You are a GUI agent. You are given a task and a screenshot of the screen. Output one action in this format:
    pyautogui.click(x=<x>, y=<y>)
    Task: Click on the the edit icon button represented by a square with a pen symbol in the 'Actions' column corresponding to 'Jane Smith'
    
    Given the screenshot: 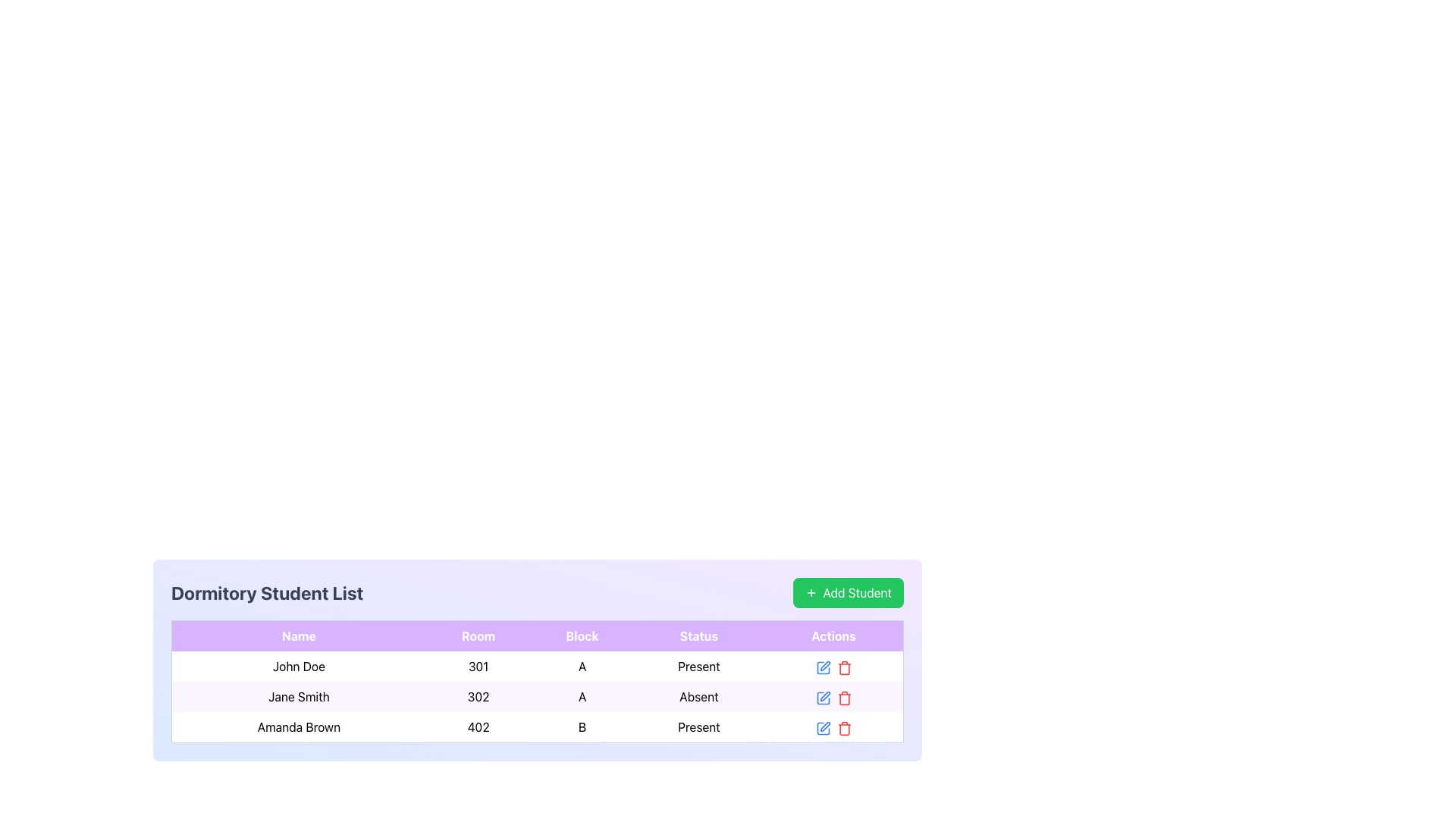 What is the action you would take?
    pyautogui.click(x=822, y=698)
    